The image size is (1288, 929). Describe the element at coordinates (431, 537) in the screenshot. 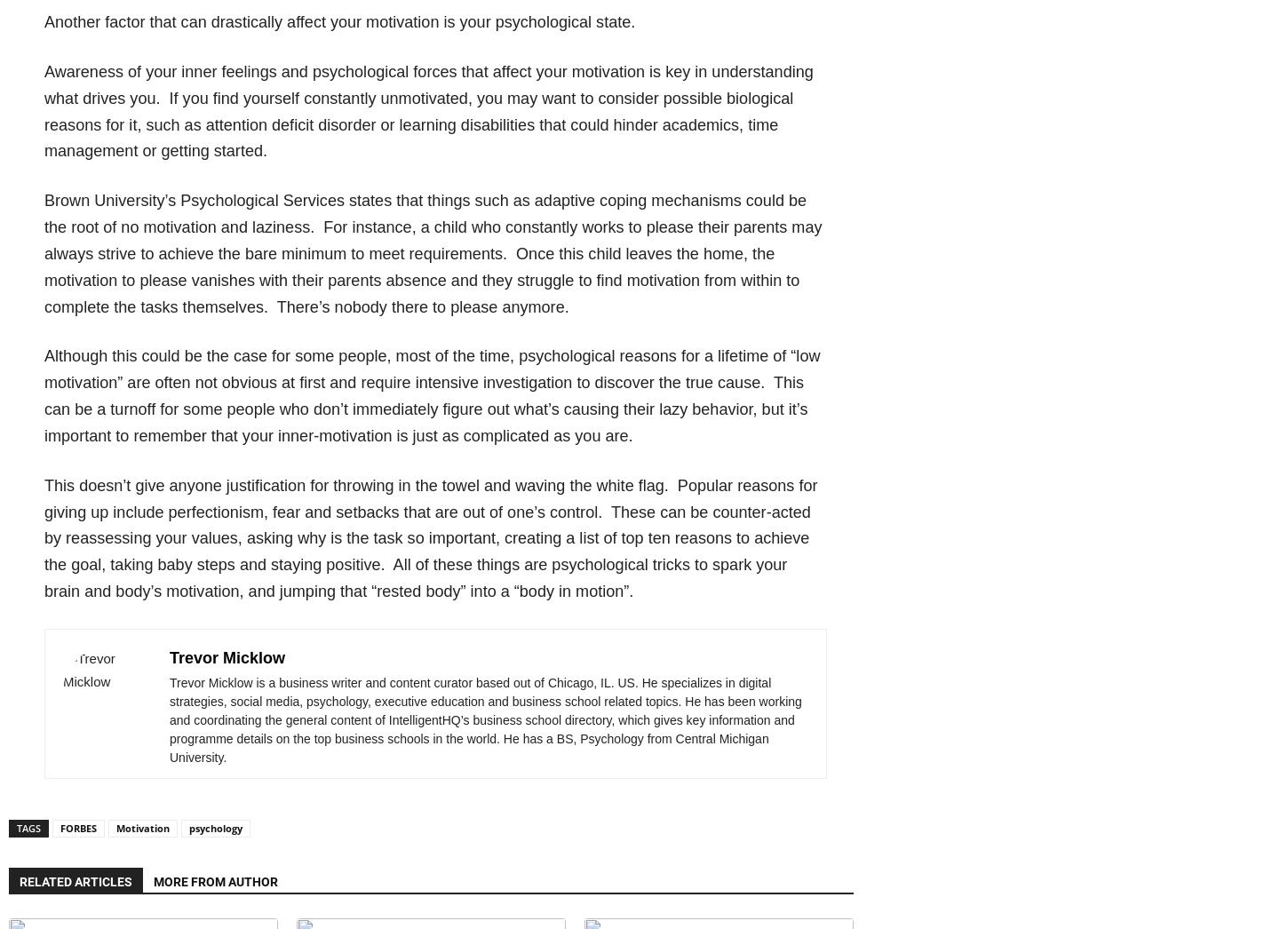

I see `'This doesn’t give anyone justification for throwing in the towel and waving the white flag.  Popular reasons for giving up include perfectionism, fear and setbacks that are out of one’s control.  These can be counter-acted by reassessing your values, asking why is the task so important, creating a list of top ten reasons to achieve the goal, taking baby steps and staying positive.  All of these things are psychological tricks to spark your brain and body’s motivation, and jumping that “rested body” into a “body in motion”.'` at that location.